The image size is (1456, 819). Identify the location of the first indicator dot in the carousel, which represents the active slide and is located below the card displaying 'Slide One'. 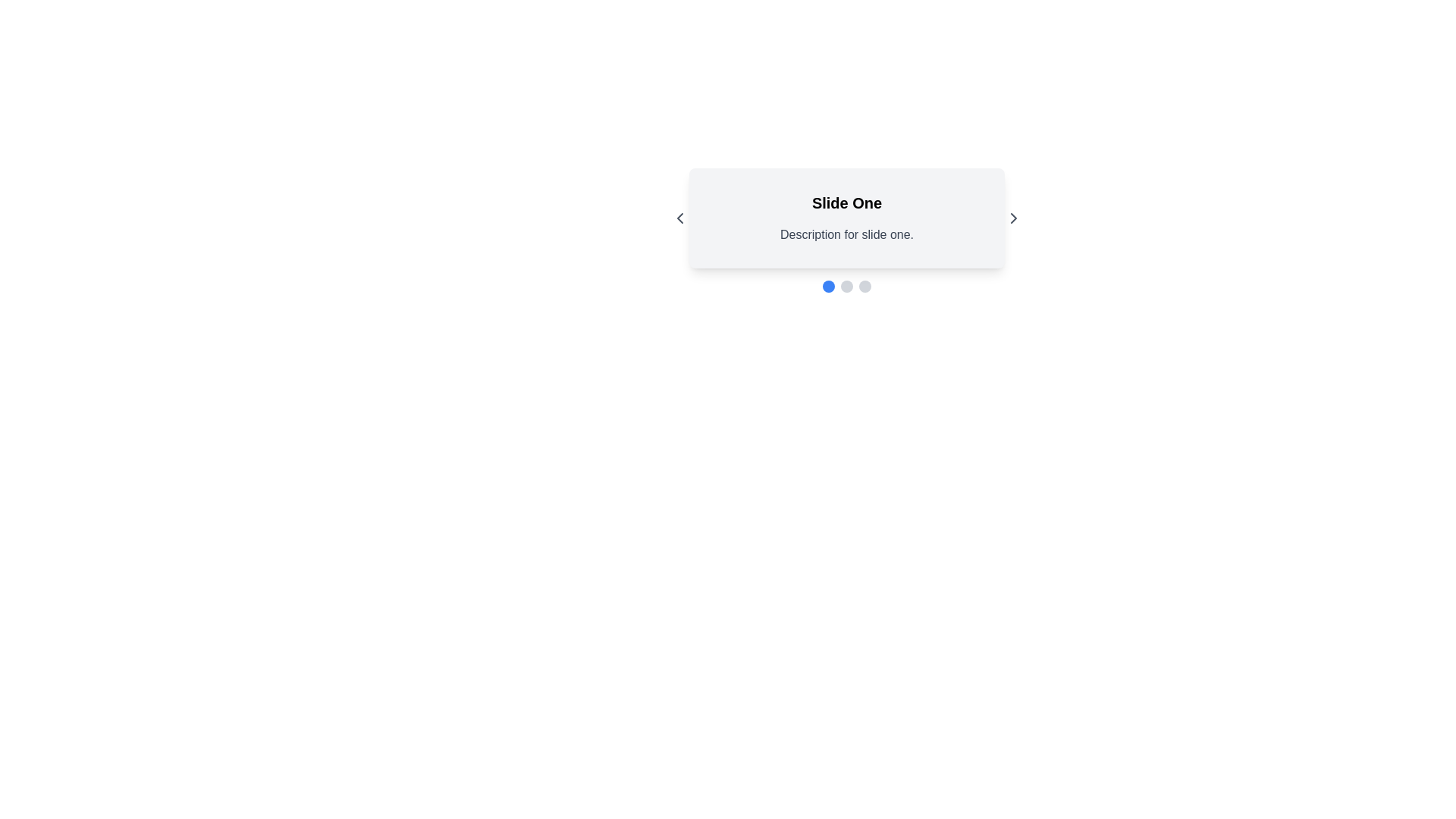
(828, 287).